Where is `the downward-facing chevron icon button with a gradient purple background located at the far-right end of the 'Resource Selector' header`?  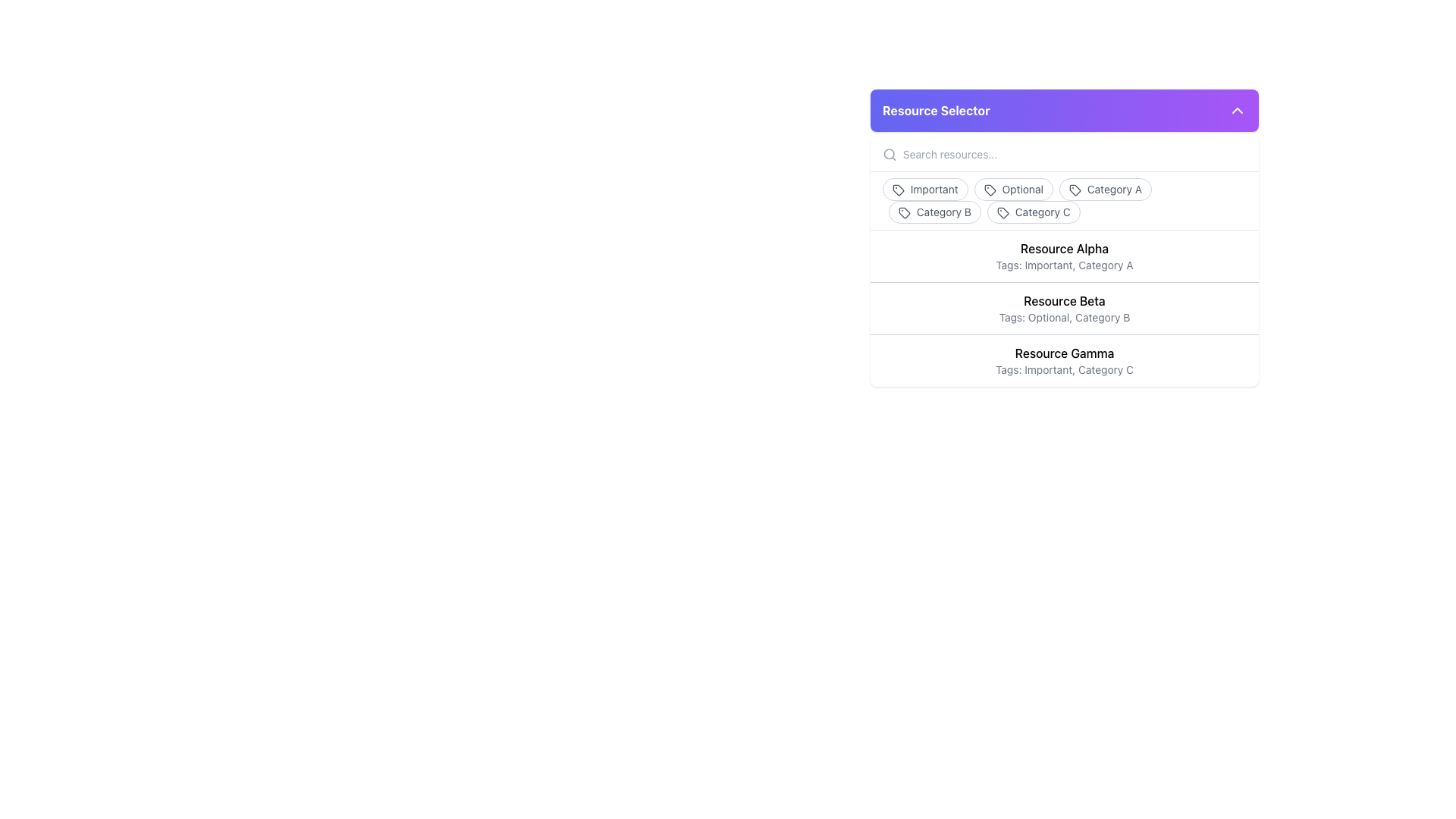 the downward-facing chevron icon button with a gradient purple background located at the far-right end of the 'Resource Selector' header is located at coordinates (1238, 110).